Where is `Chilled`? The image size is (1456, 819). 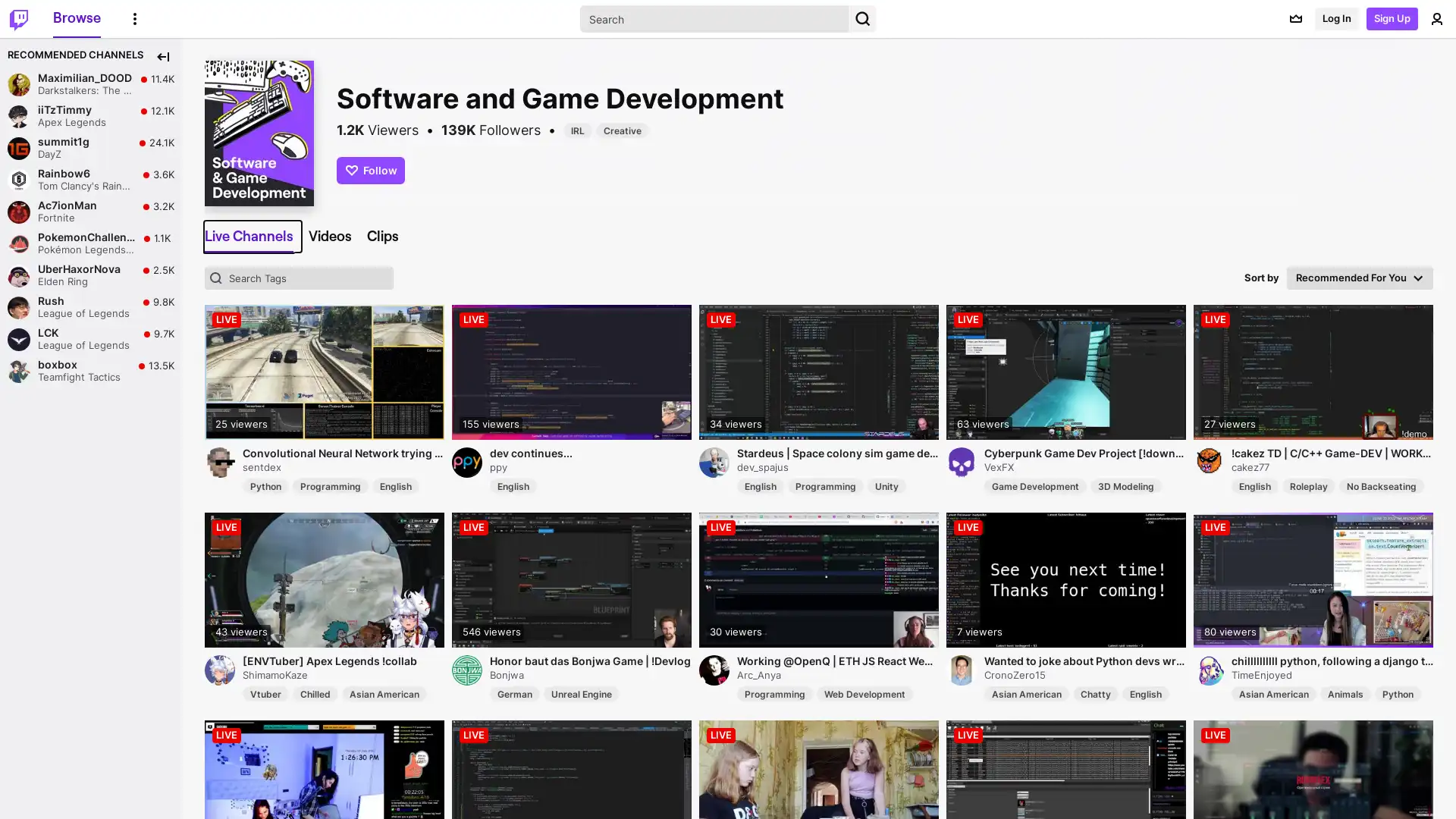
Chilled is located at coordinates (315, 693).